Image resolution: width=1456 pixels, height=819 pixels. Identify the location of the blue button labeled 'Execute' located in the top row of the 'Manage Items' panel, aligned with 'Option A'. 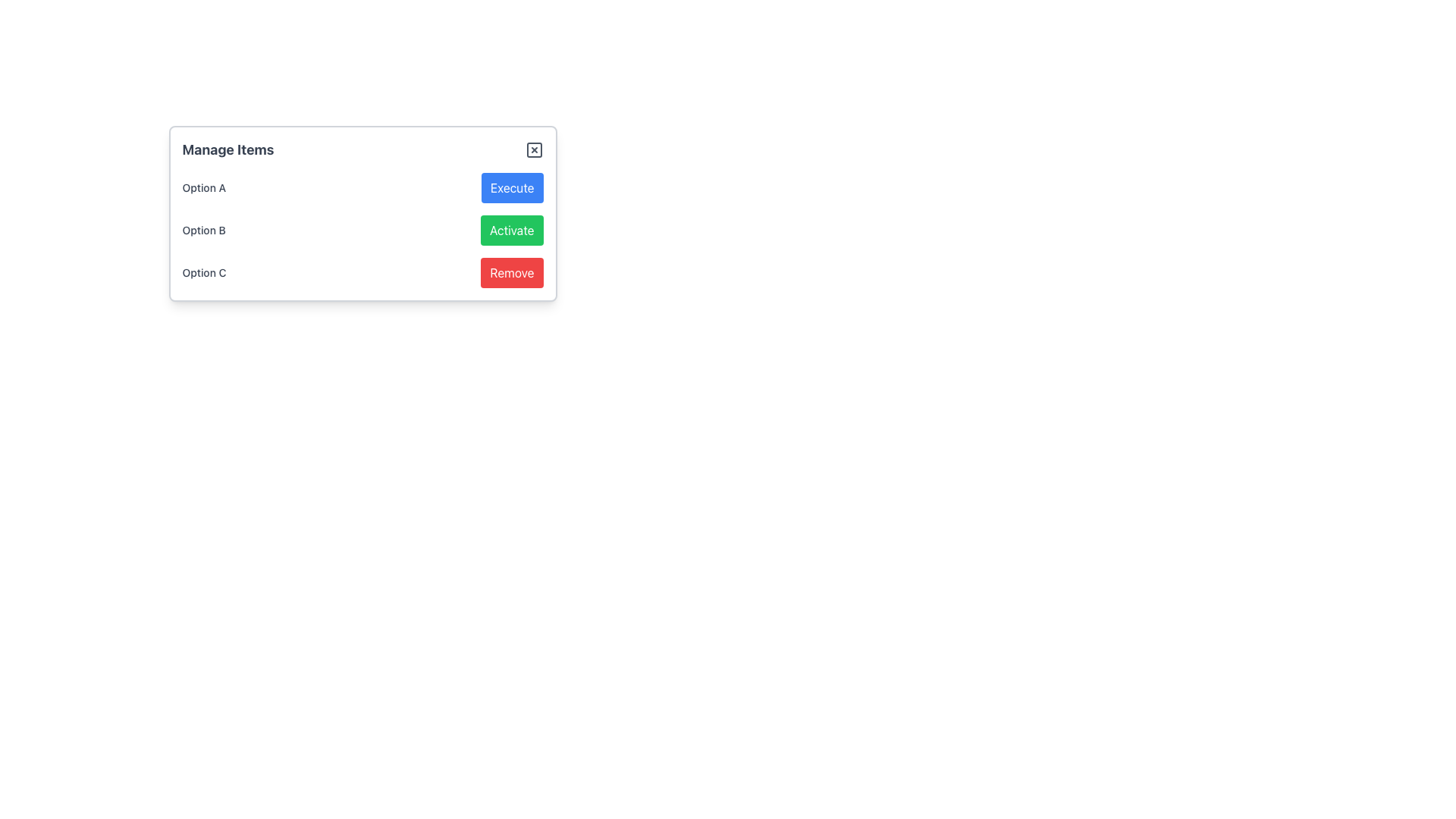
(512, 187).